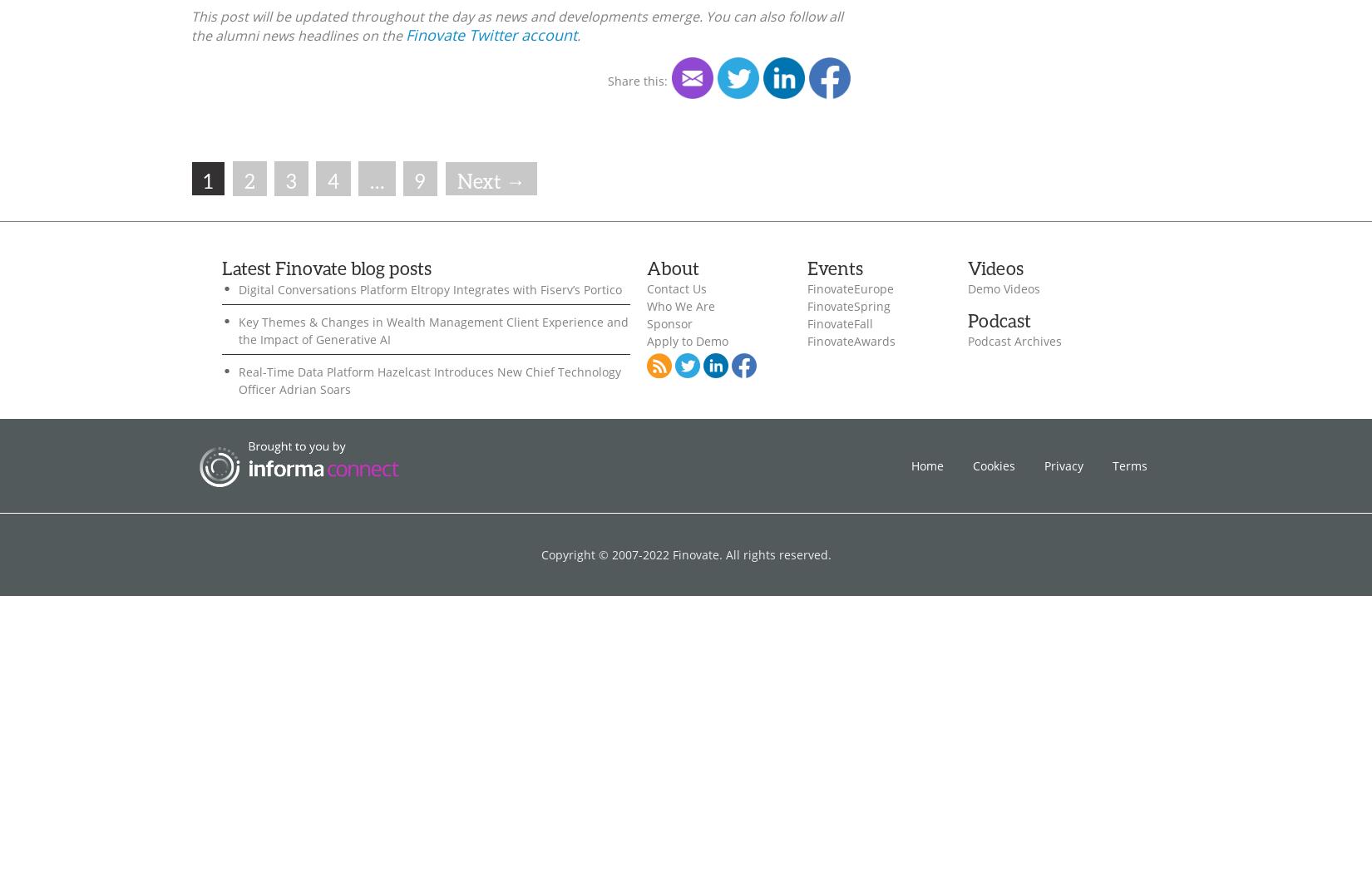 Image resolution: width=1372 pixels, height=891 pixels. Describe the element at coordinates (1128, 464) in the screenshot. I see `'Terms'` at that location.